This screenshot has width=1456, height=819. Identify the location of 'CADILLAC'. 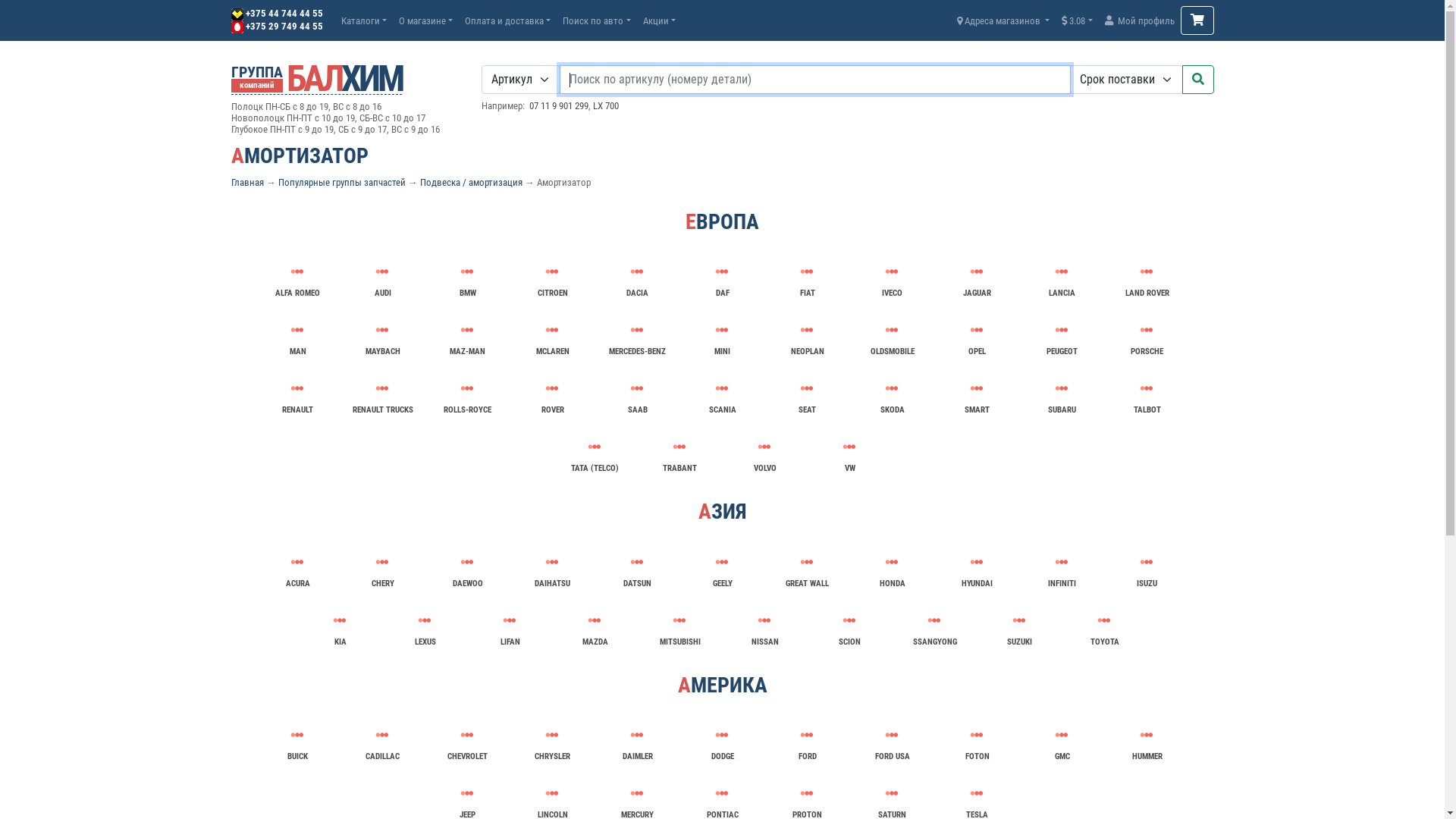
(382, 733).